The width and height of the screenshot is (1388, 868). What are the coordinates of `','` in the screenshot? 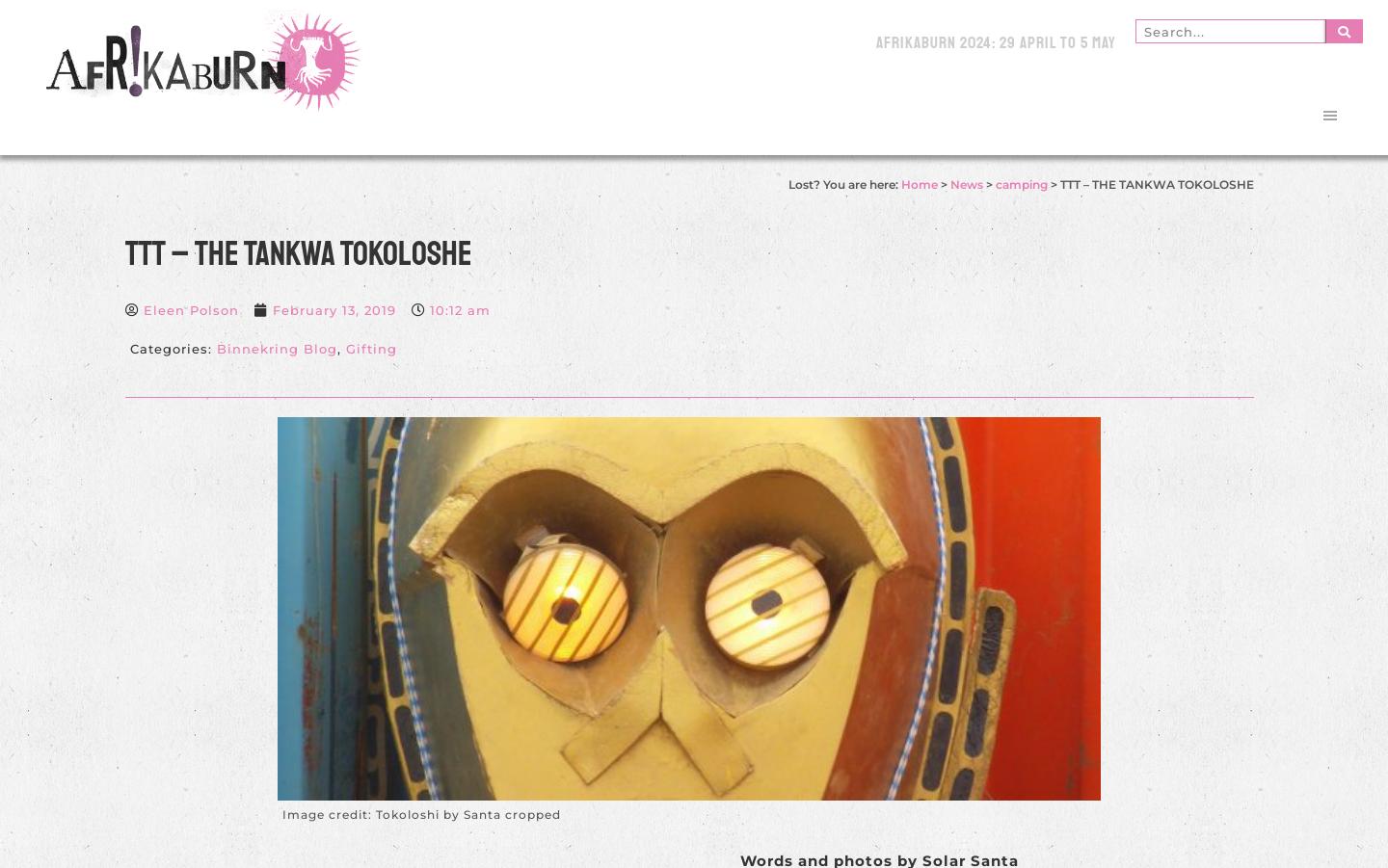 It's located at (340, 348).